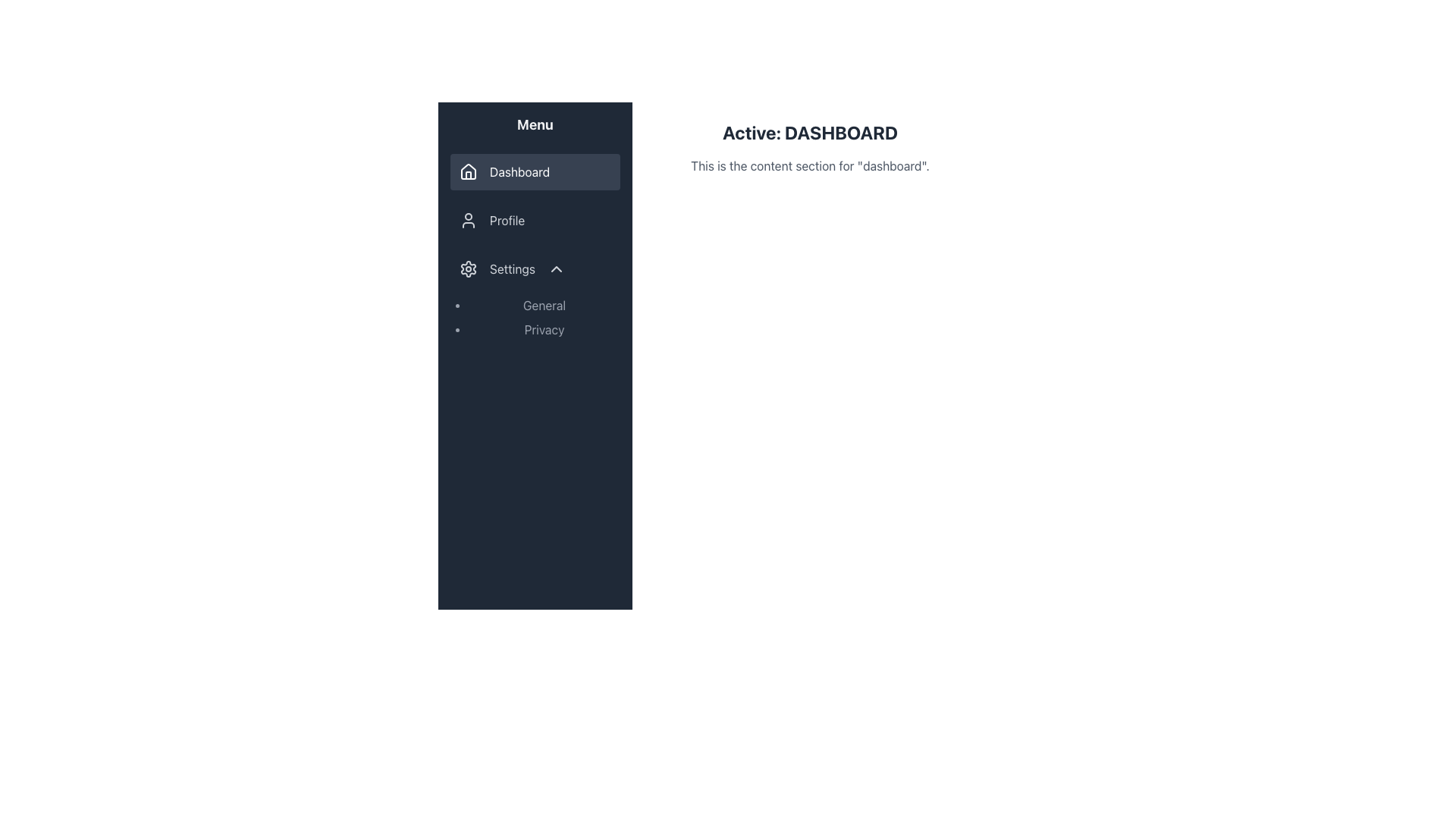  I want to click on the navigation menu item labeled 'Dashboard' located under the 'Menu' title, so click(535, 171).